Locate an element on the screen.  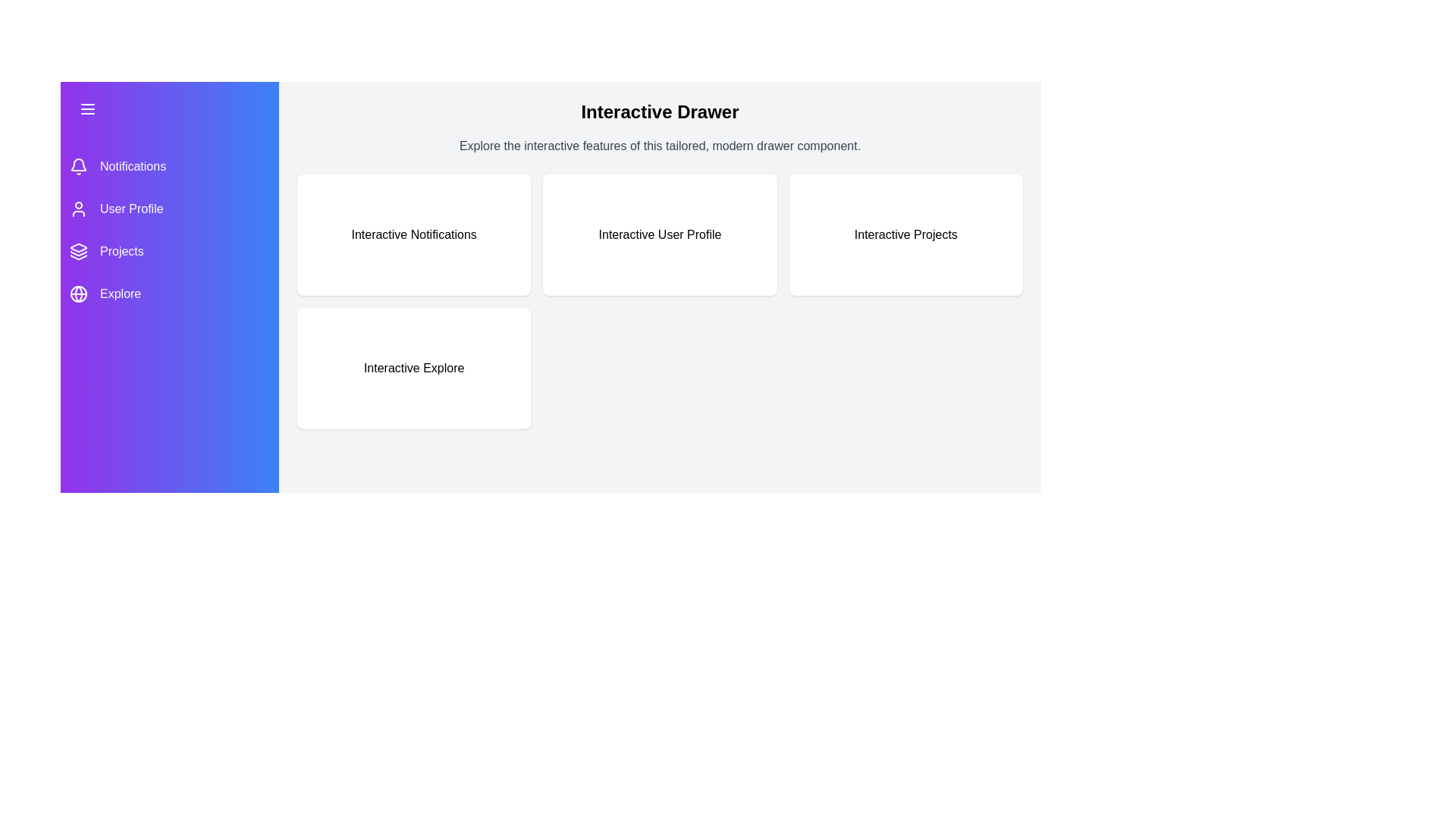
the menu item Explore is located at coordinates (170, 294).